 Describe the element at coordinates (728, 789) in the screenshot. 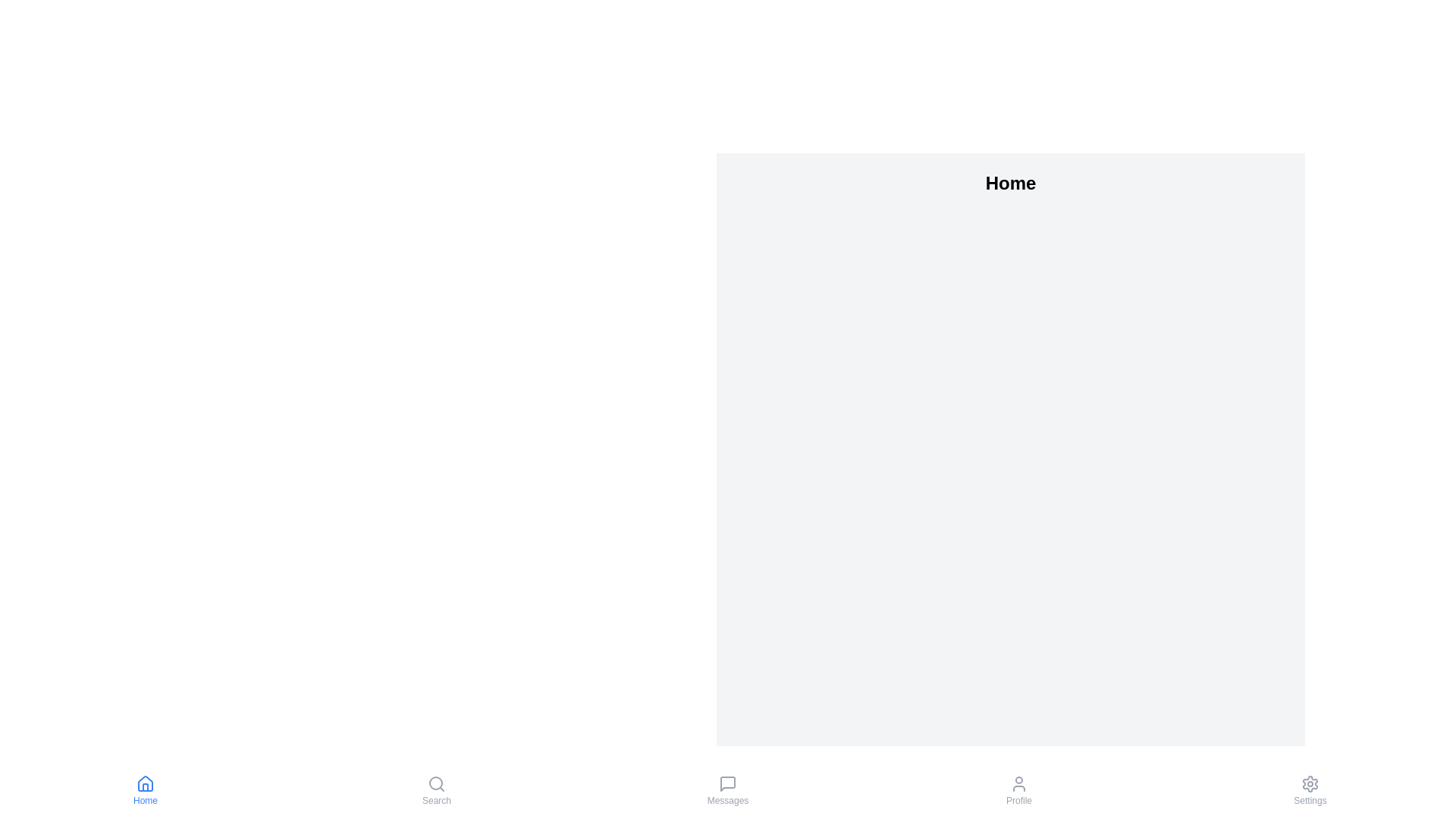

I see `the Navigation button, which features a chat bubble icon above the text 'Messages' in a minimalist style, located in the bottom navigation bar` at that location.